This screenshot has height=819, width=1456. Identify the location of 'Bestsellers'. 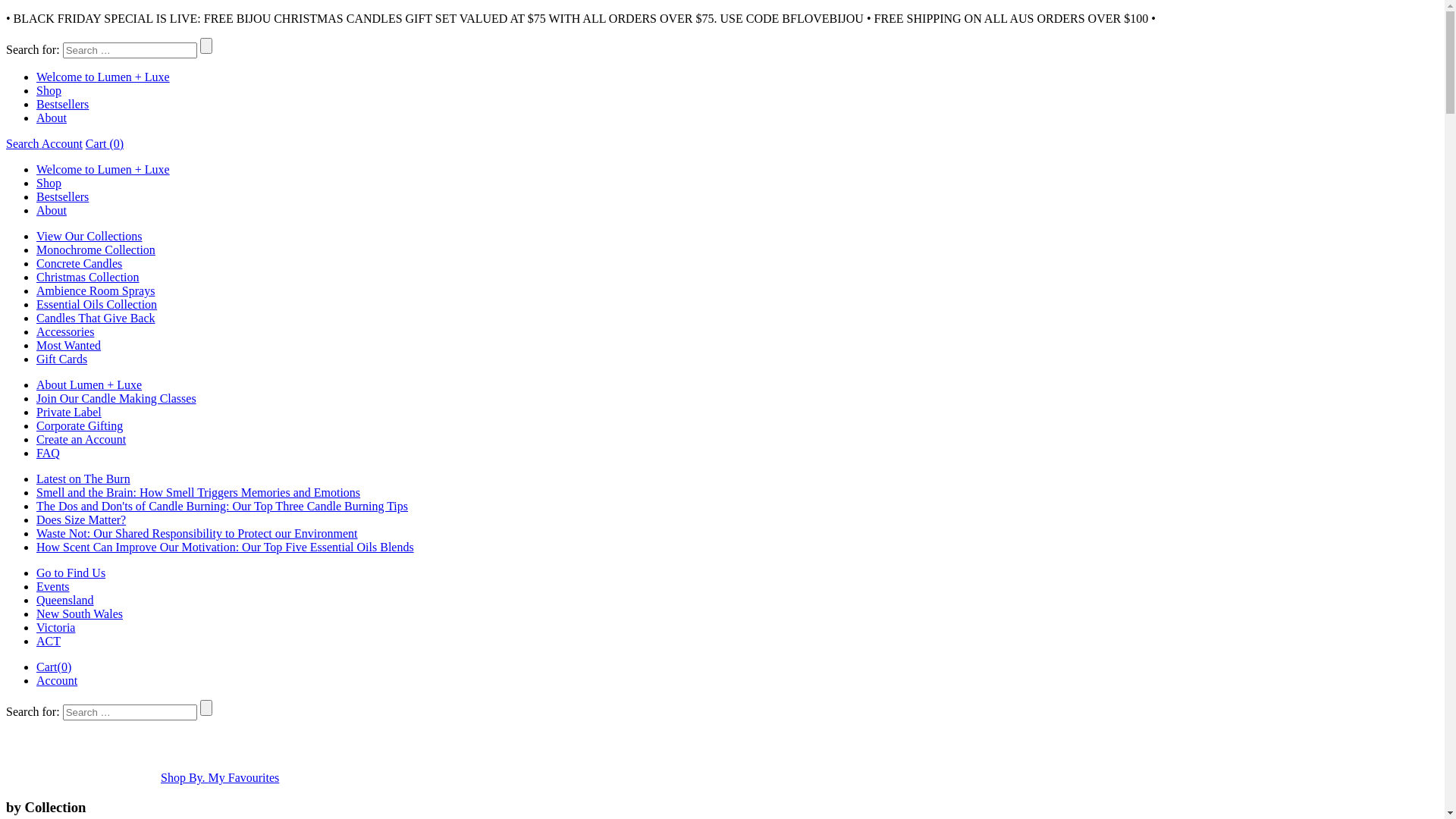
(61, 196).